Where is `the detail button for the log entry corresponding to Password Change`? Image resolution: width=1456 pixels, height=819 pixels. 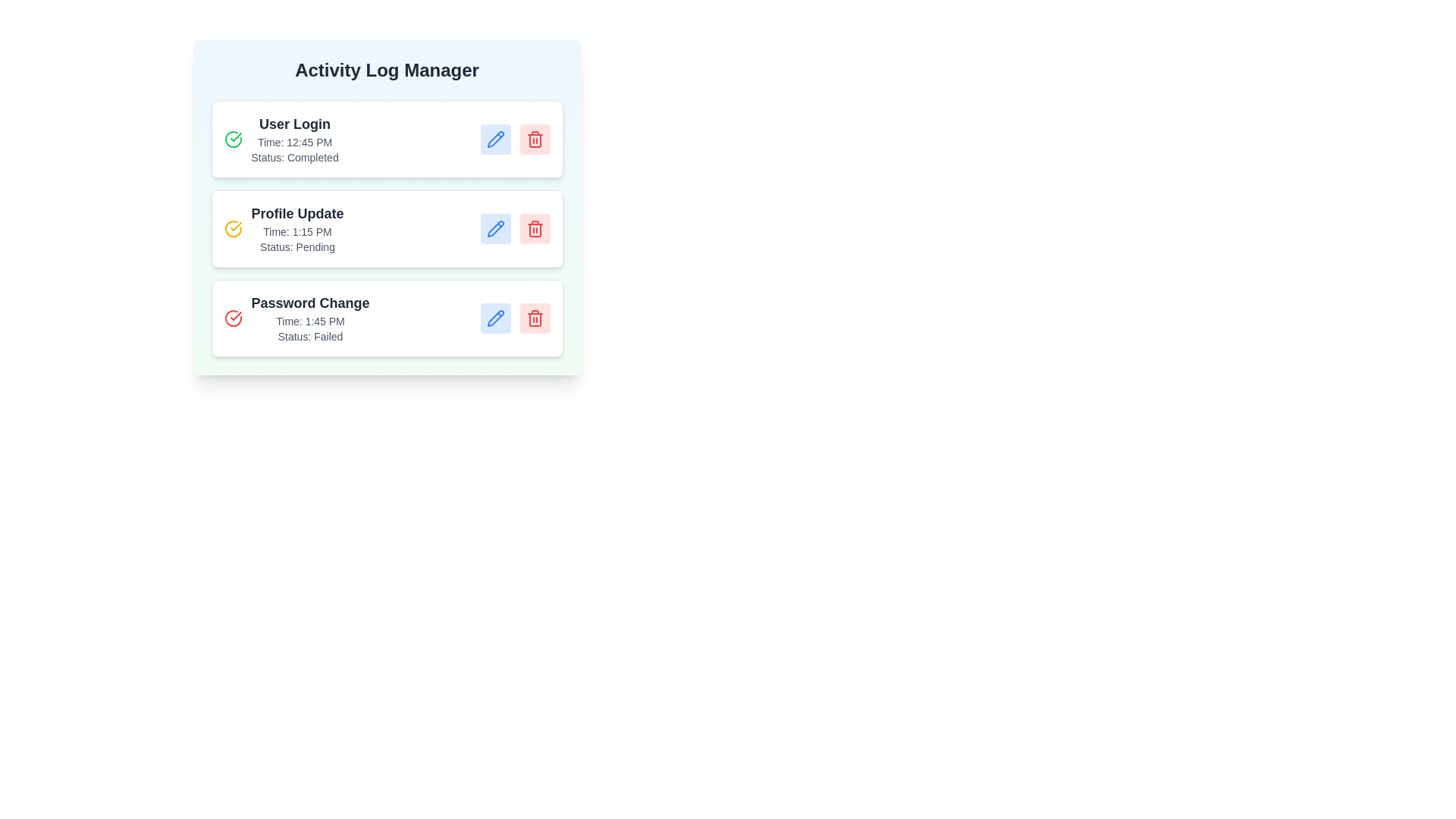
the detail button for the log entry corresponding to Password Change is located at coordinates (495, 318).